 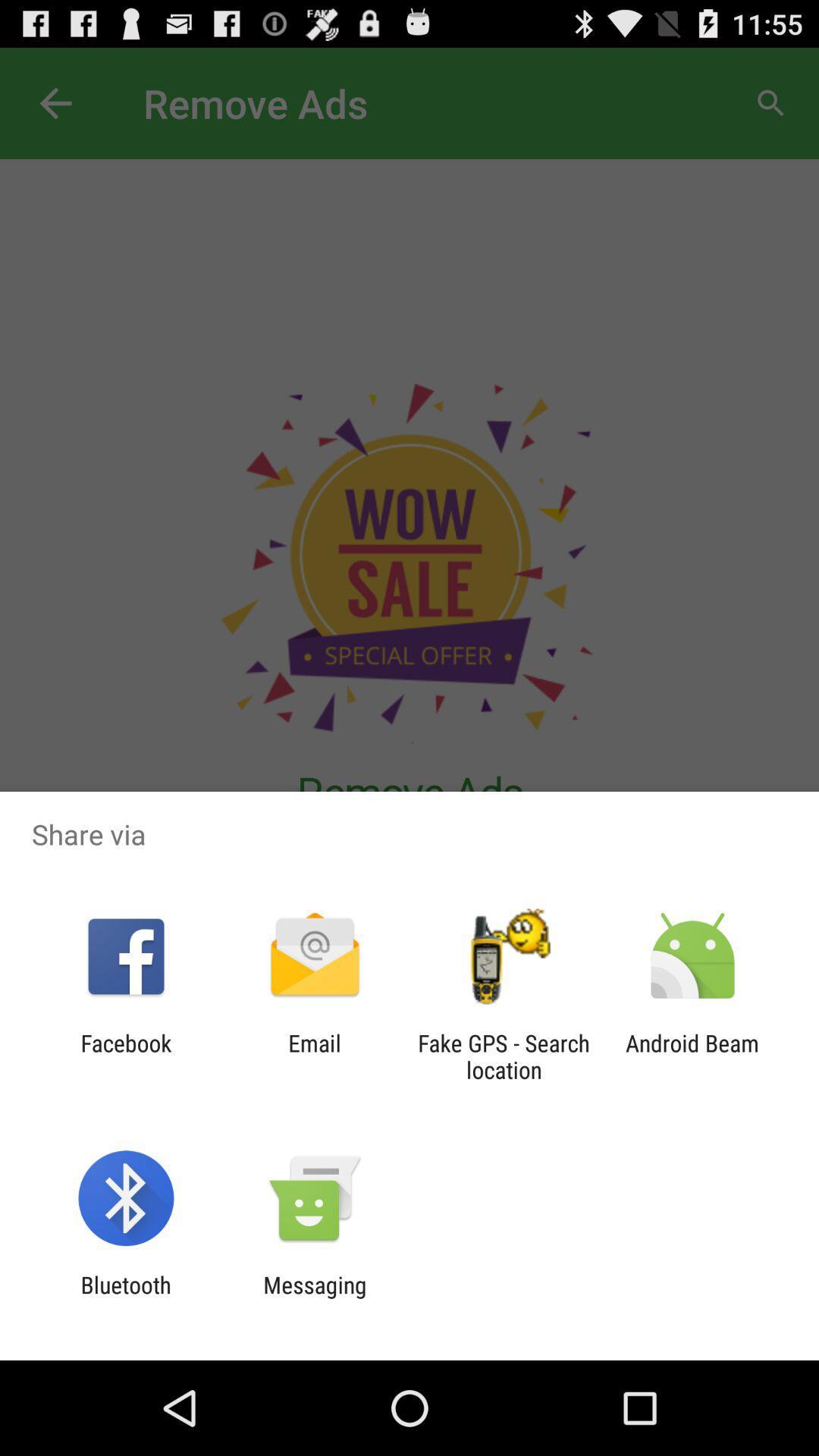 I want to click on item to the left of the email icon, so click(x=125, y=1056).